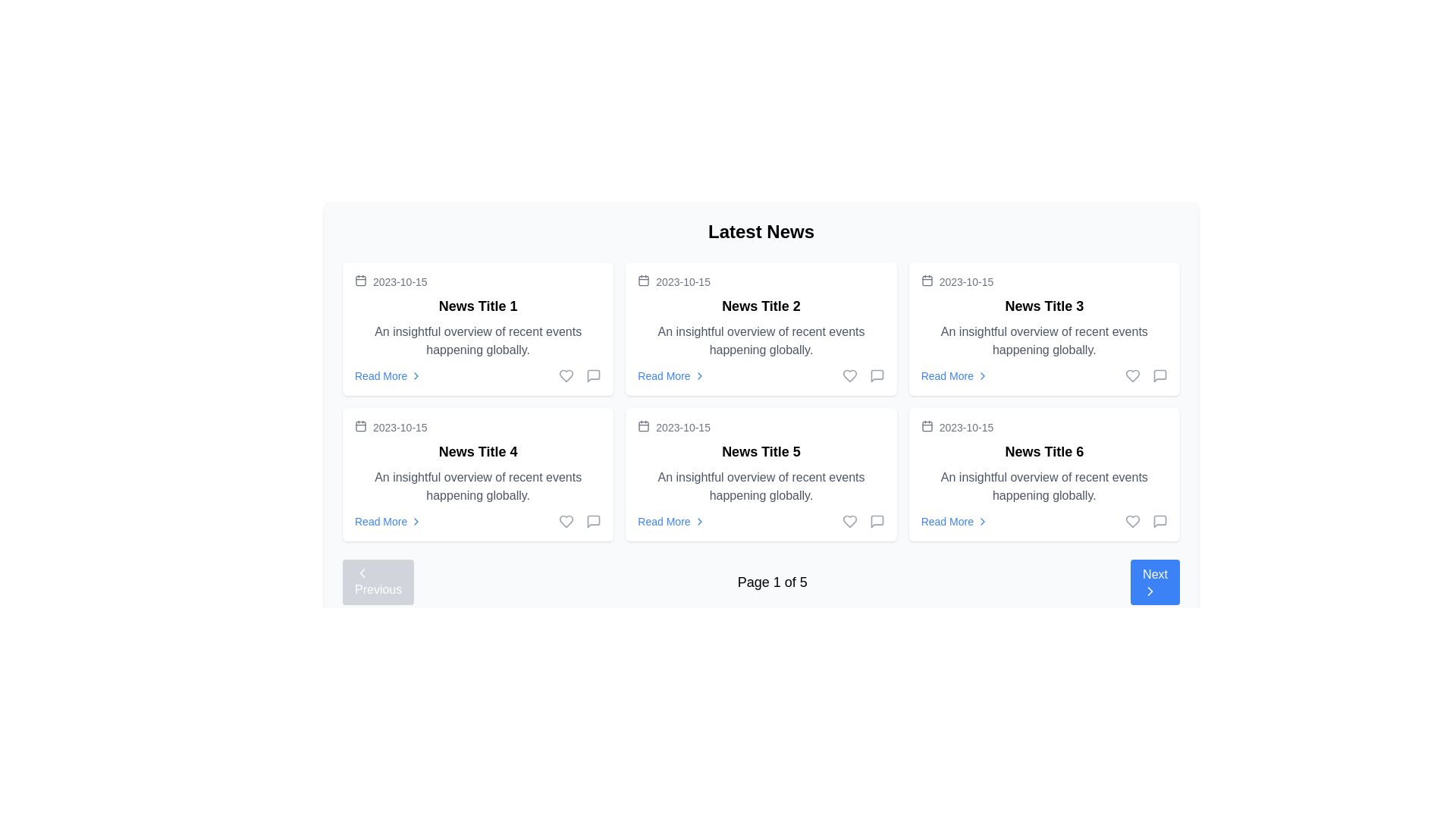  What do you see at coordinates (644, 281) in the screenshot?
I see `the decorative rectangle within the calendar icon located at the top-left corner of the 'News Title 2' card` at bounding box center [644, 281].